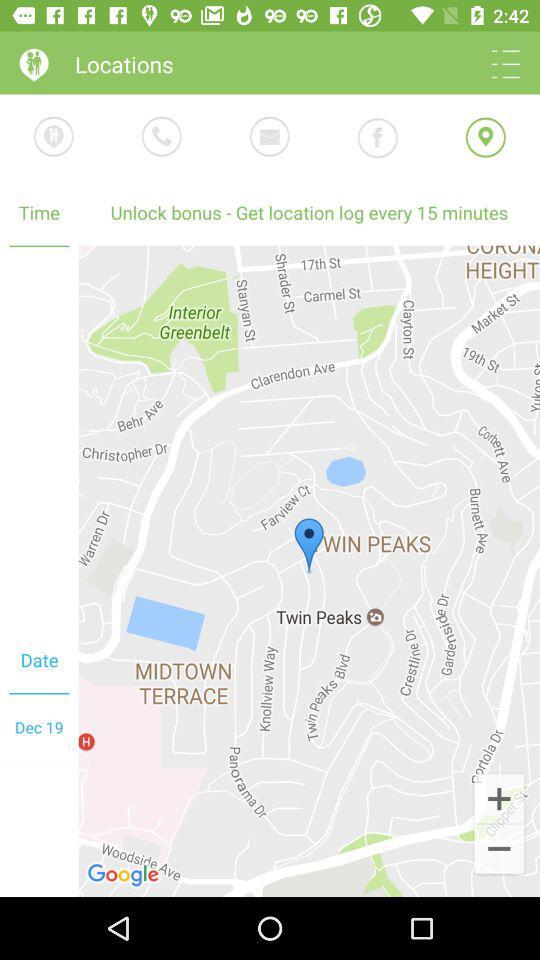 The width and height of the screenshot is (540, 960). What do you see at coordinates (39, 437) in the screenshot?
I see `icon to the left of unlock bonus get` at bounding box center [39, 437].